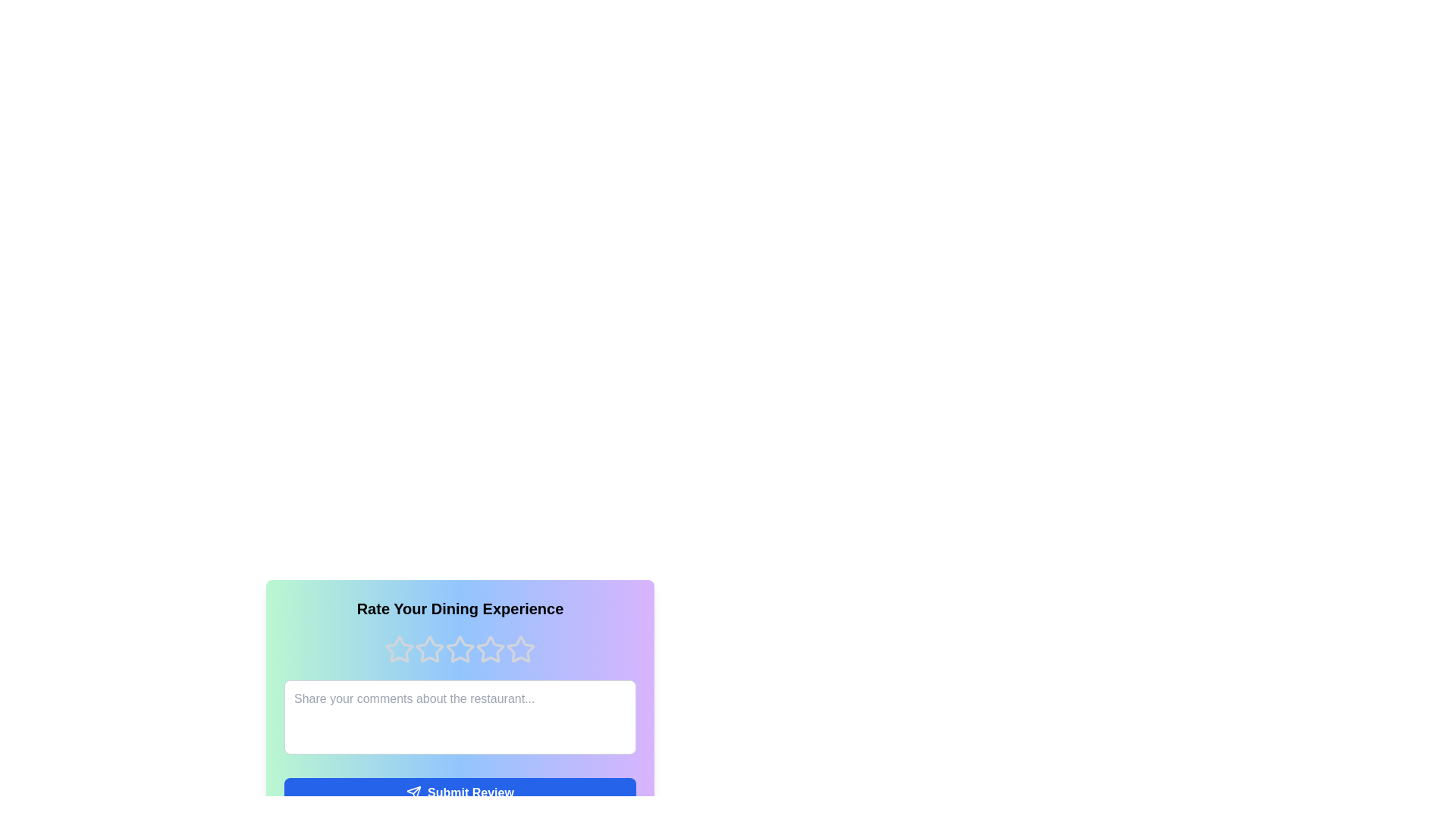  Describe the element at coordinates (491, 648) in the screenshot. I see `the third star icon in the rating system` at that location.